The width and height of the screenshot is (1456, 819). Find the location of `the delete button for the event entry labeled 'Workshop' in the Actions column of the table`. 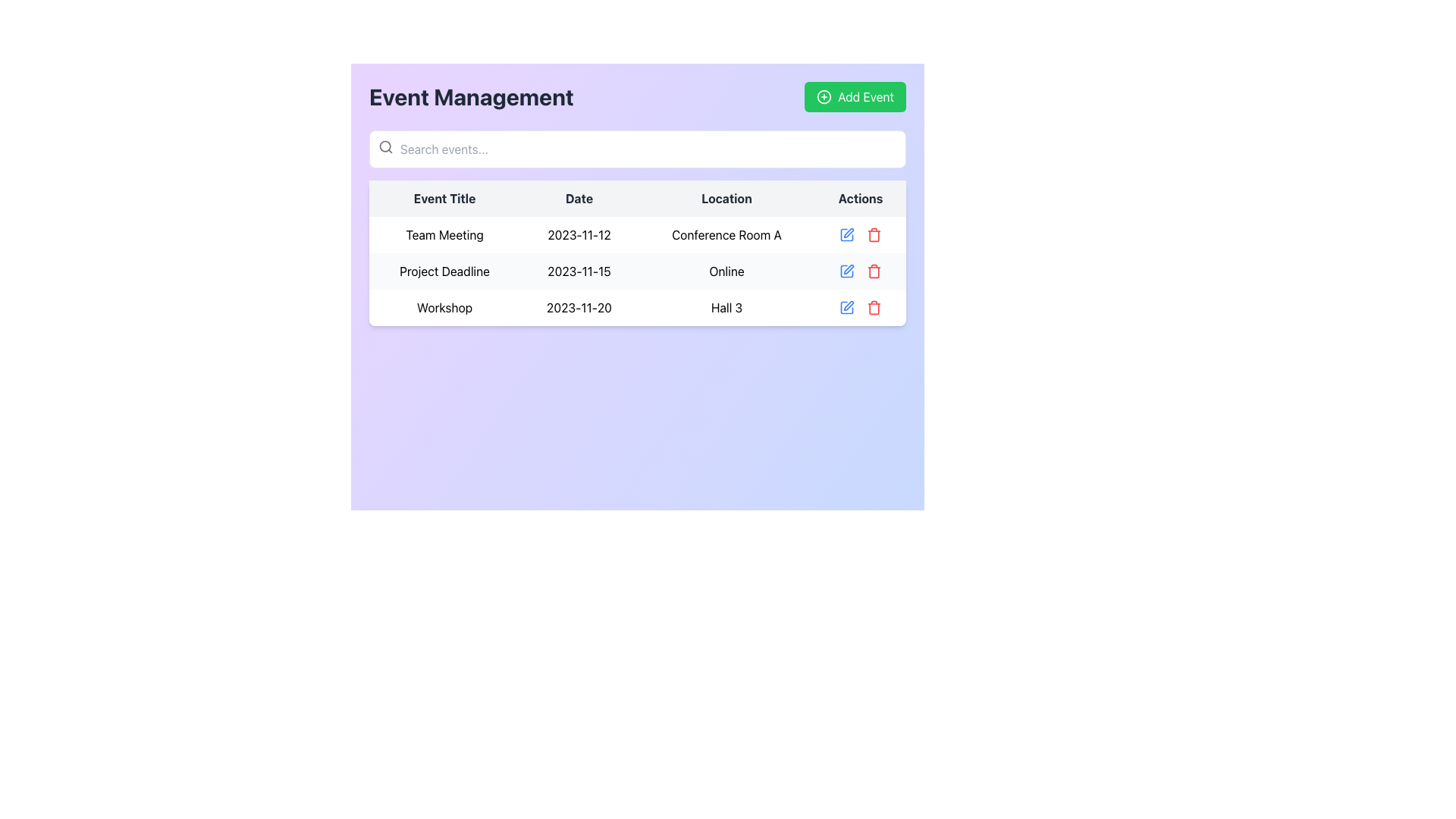

the delete button for the event entry labeled 'Workshop' in the Actions column of the table is located at coordinates (874, 234).